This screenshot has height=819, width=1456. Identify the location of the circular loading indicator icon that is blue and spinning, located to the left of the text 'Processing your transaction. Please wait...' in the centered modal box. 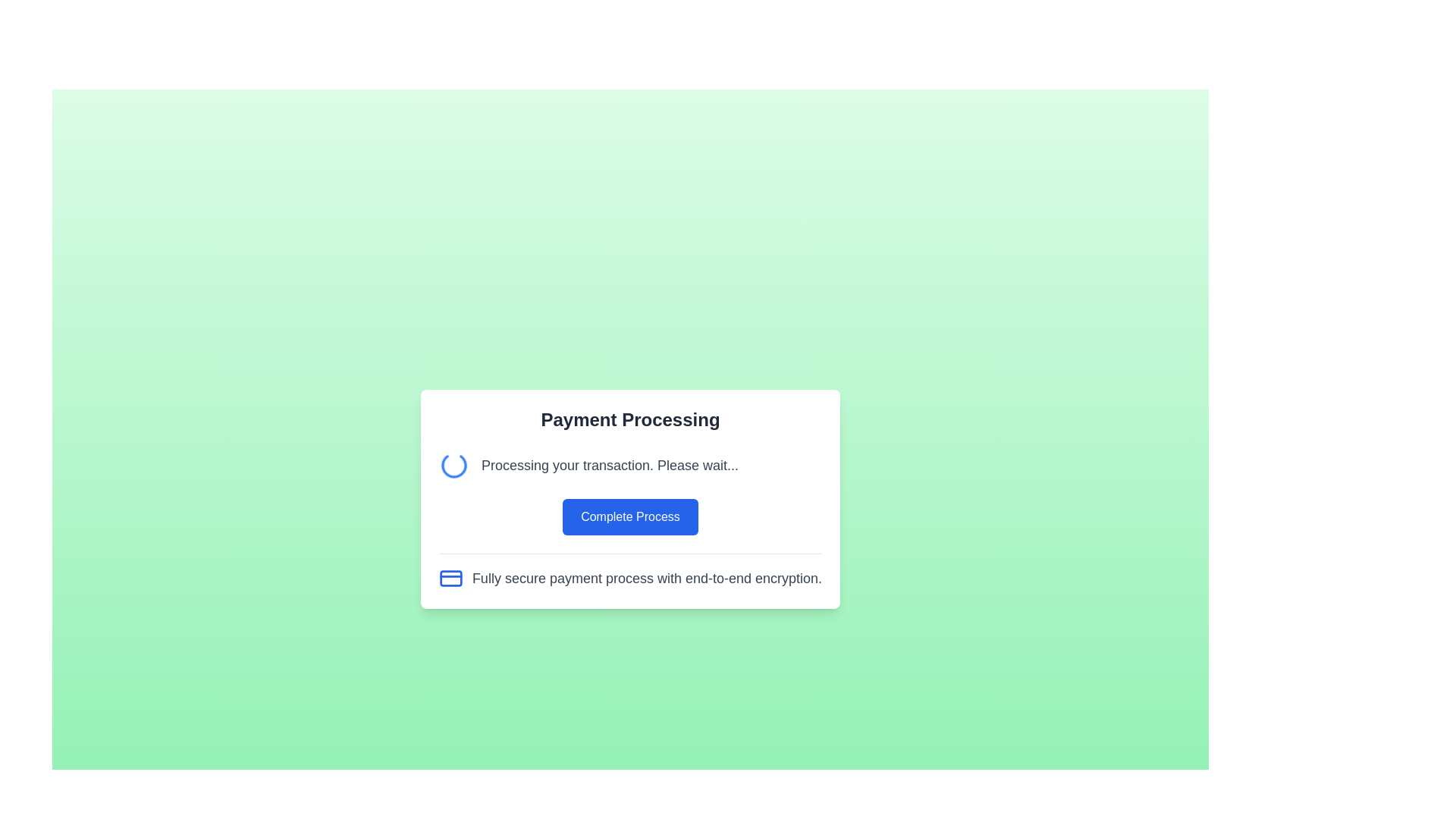
(453, 464).